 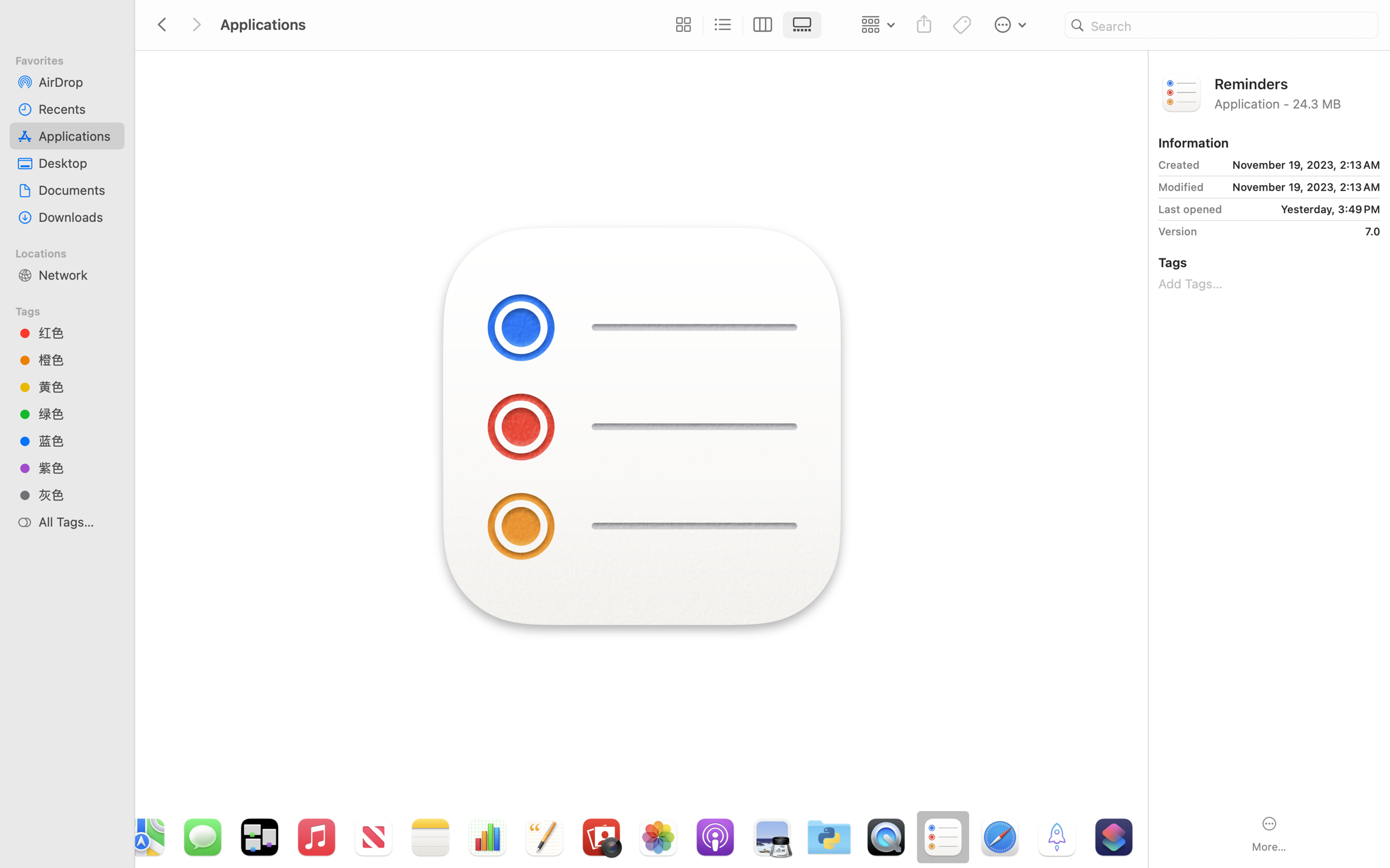 I want to click on 'November 19, 2023, 2:13 AM', so click(x=1293, y=165).